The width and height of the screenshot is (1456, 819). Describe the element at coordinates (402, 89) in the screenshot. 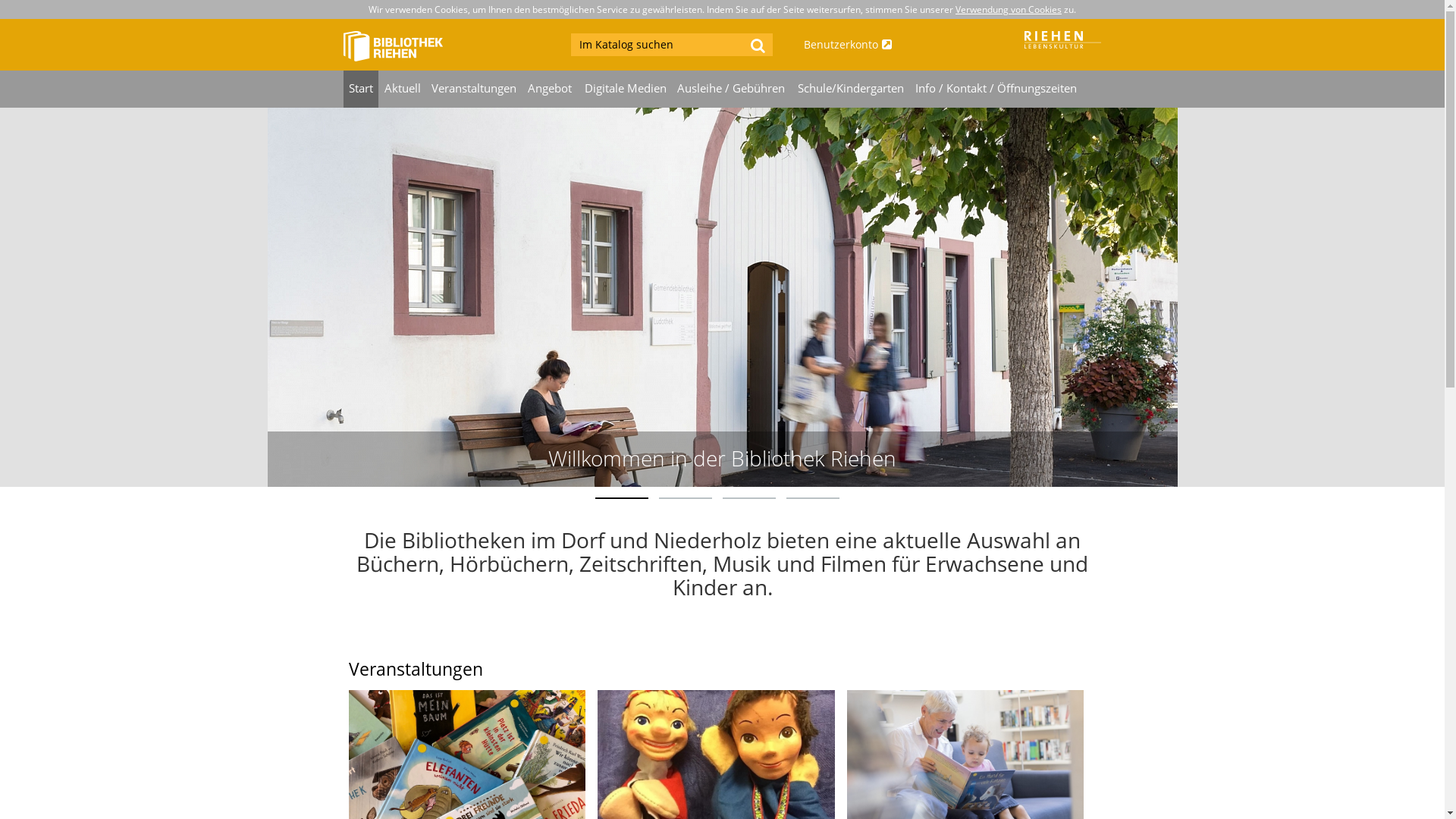

I see `'Aktuell'` at that location.